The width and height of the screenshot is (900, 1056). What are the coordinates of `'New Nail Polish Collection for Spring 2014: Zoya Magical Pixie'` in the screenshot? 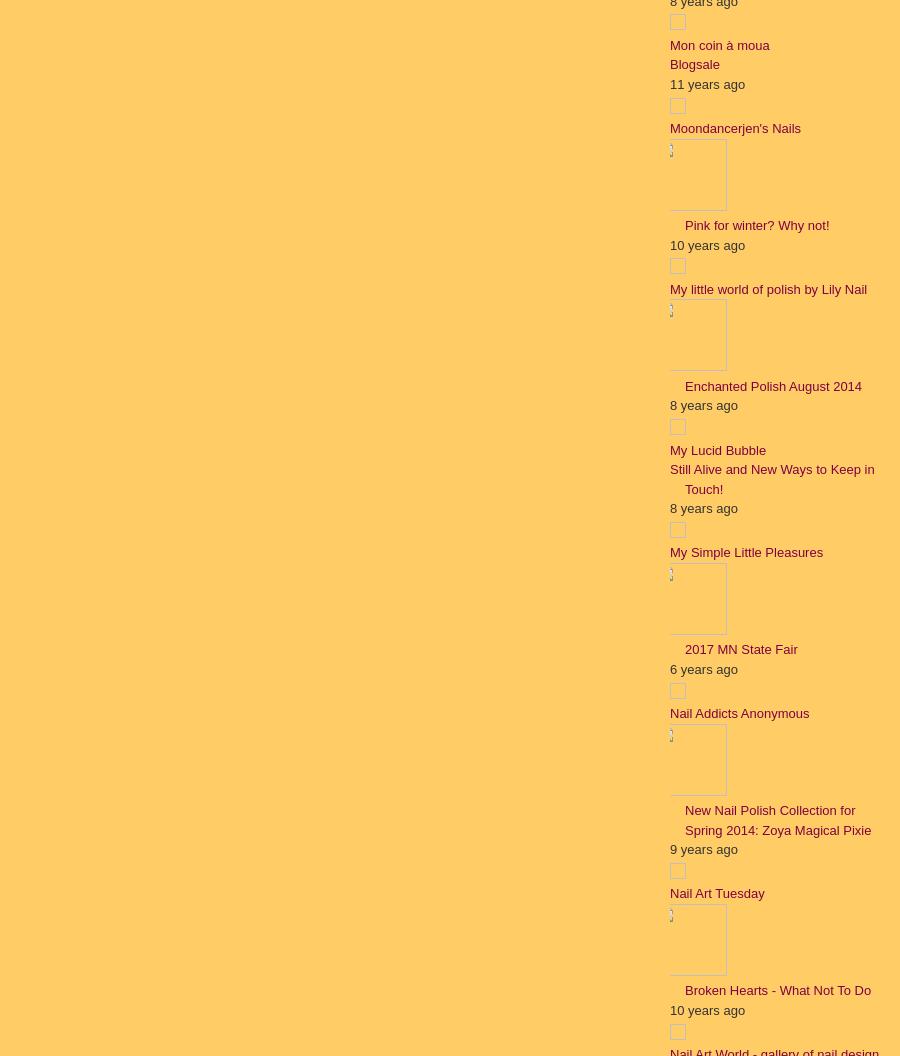 It's located at (776, 819).